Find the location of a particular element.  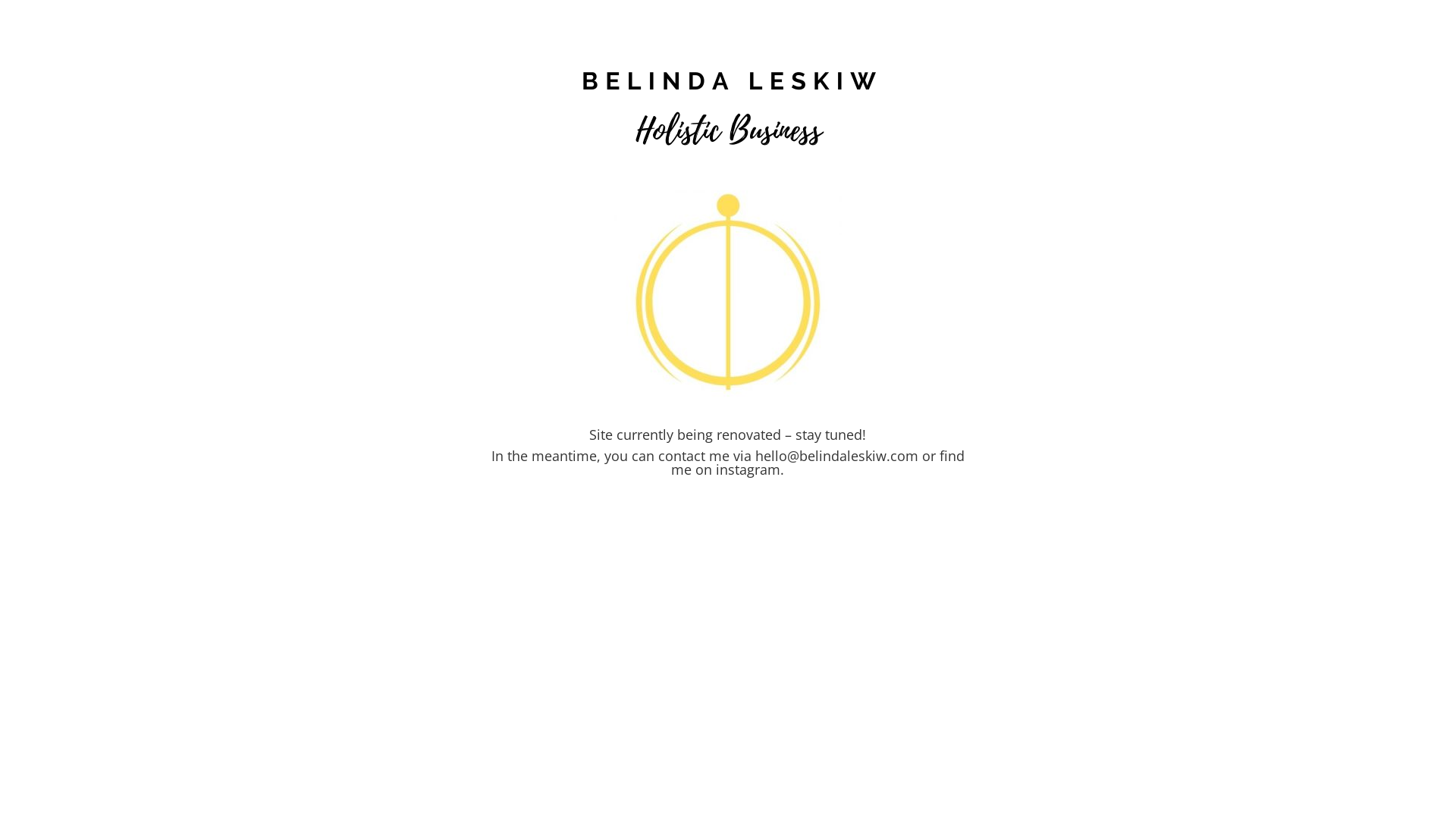

'YouAreTheLinchpin_graphic' is located at coordinates (728, 292).